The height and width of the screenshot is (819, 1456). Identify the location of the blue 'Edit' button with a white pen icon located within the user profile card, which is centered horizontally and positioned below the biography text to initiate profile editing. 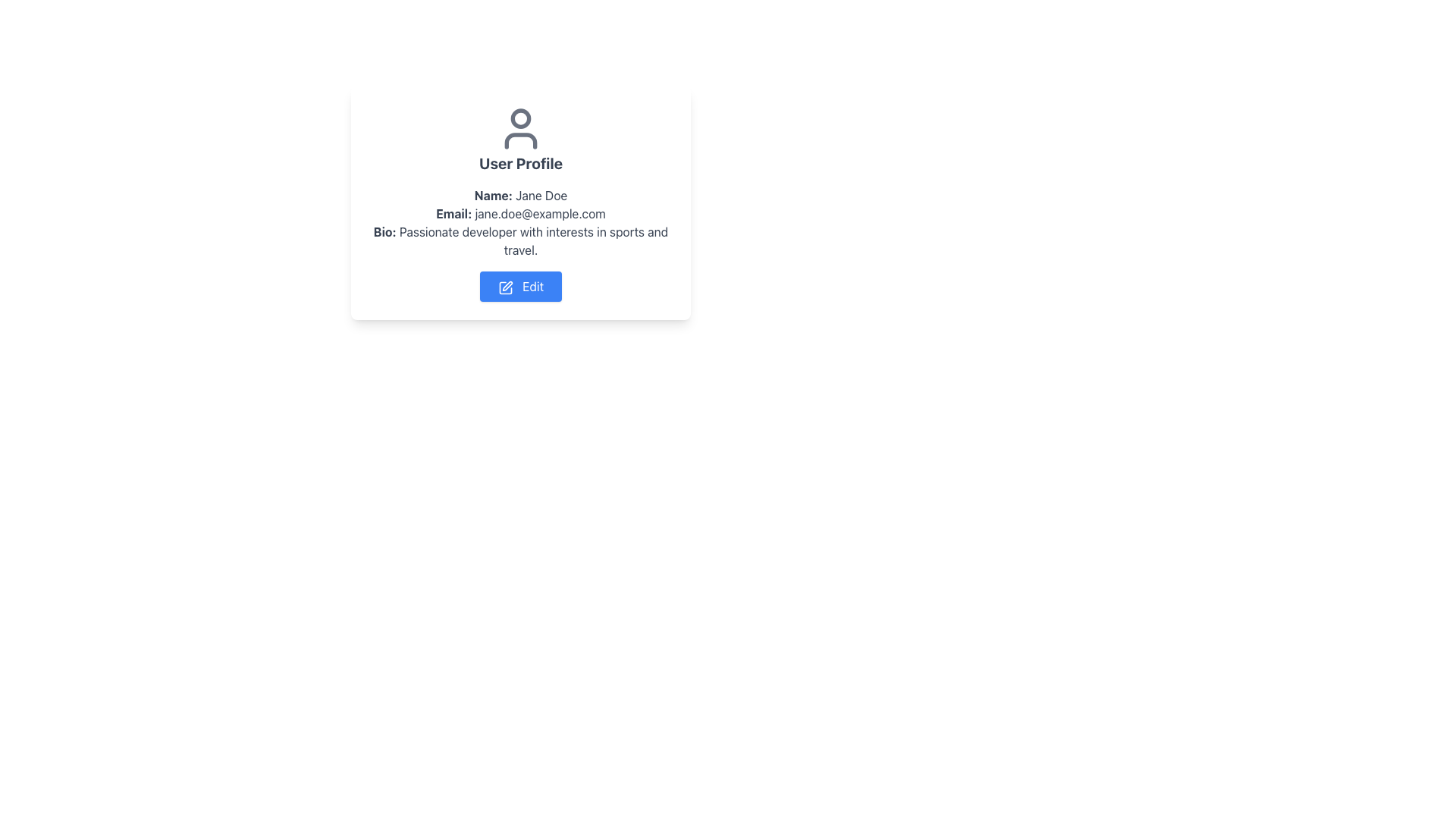
(520, 287).